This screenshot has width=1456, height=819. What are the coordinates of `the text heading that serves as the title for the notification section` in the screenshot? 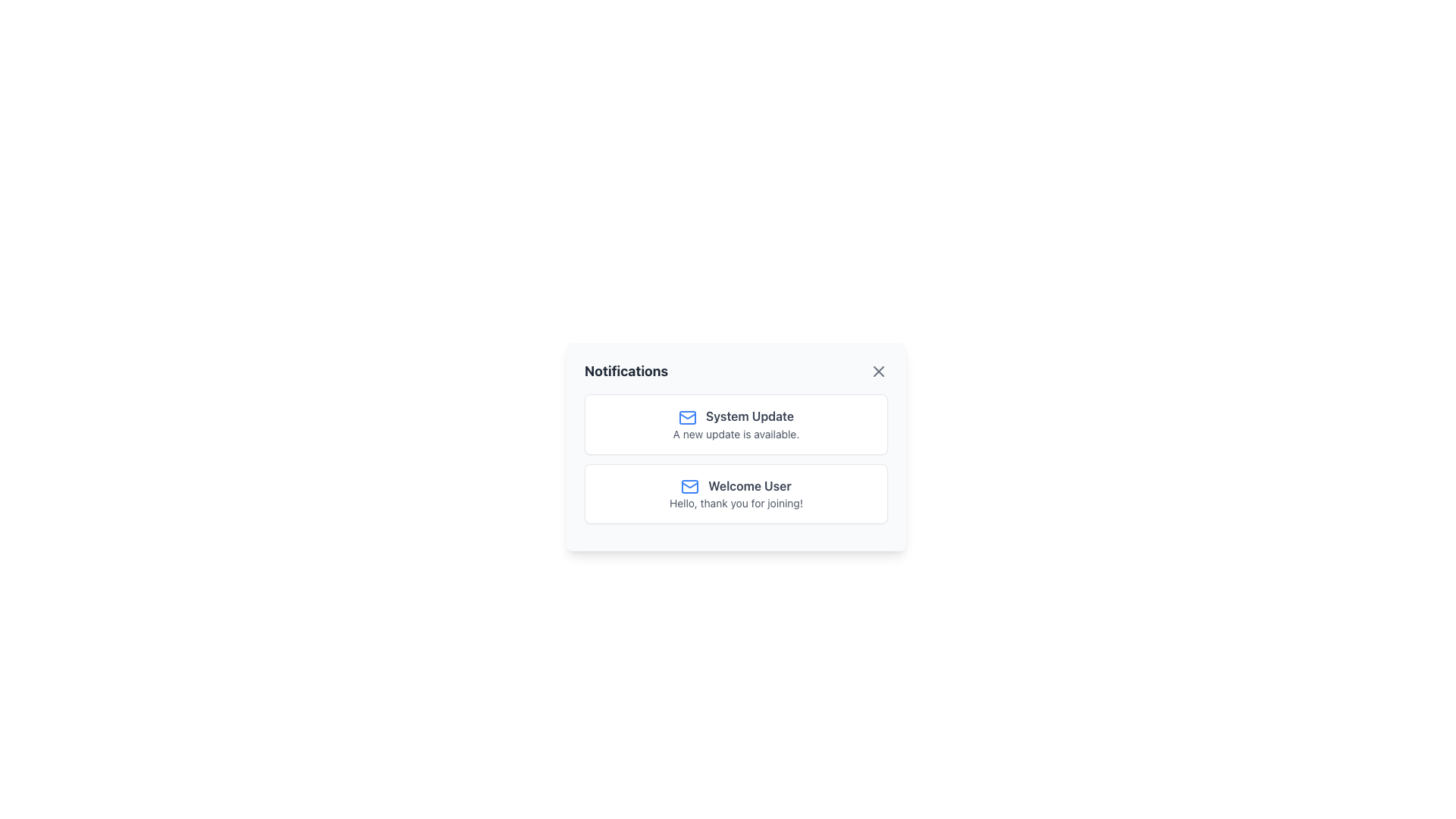 It's located at (626, 371).